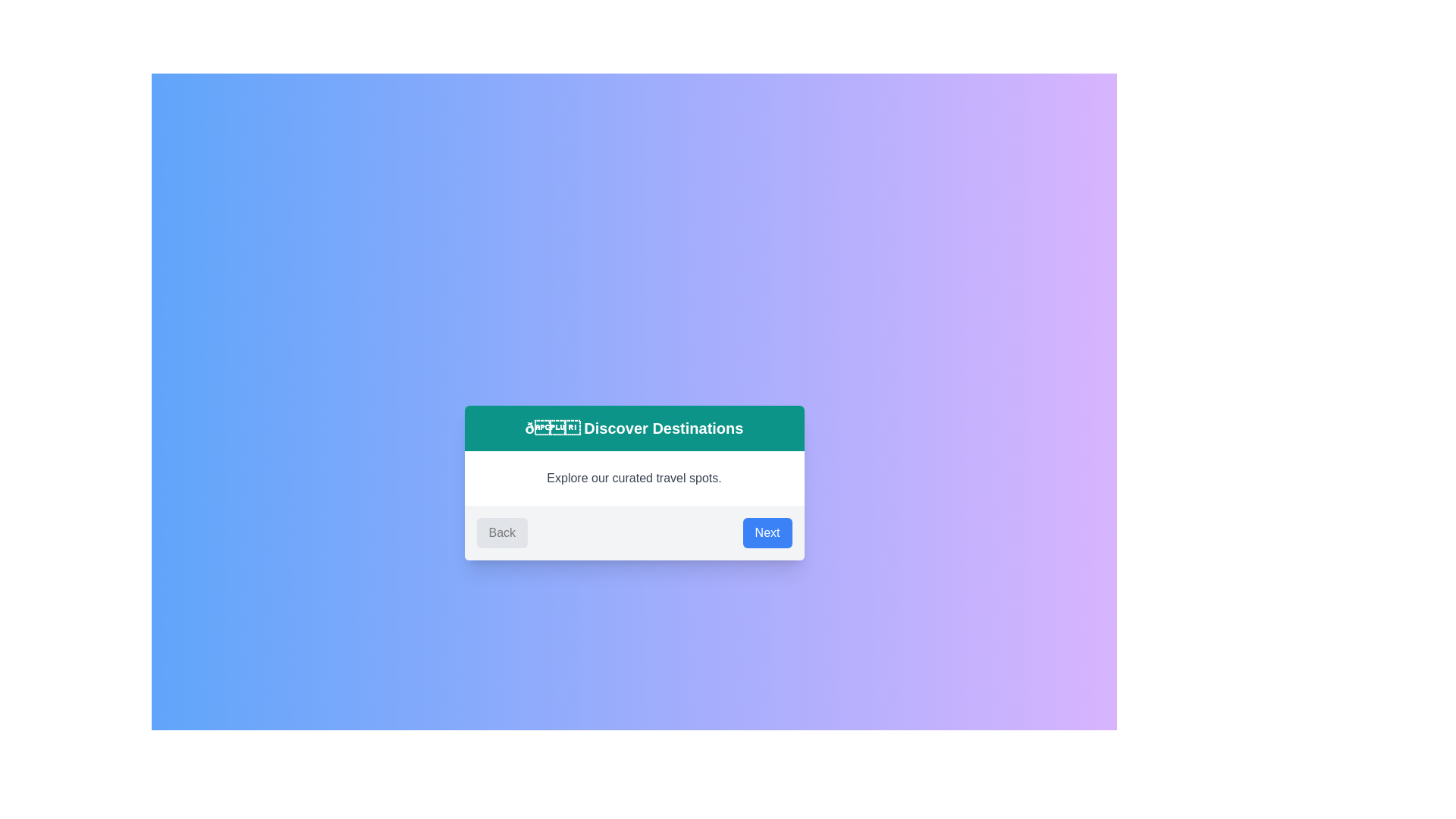 The image size is (1456, 819). I want to click on the header element that indicates the theme 'discovering destinations', located above the section with text 'Explore our curated travel spots', so click(634, 428).